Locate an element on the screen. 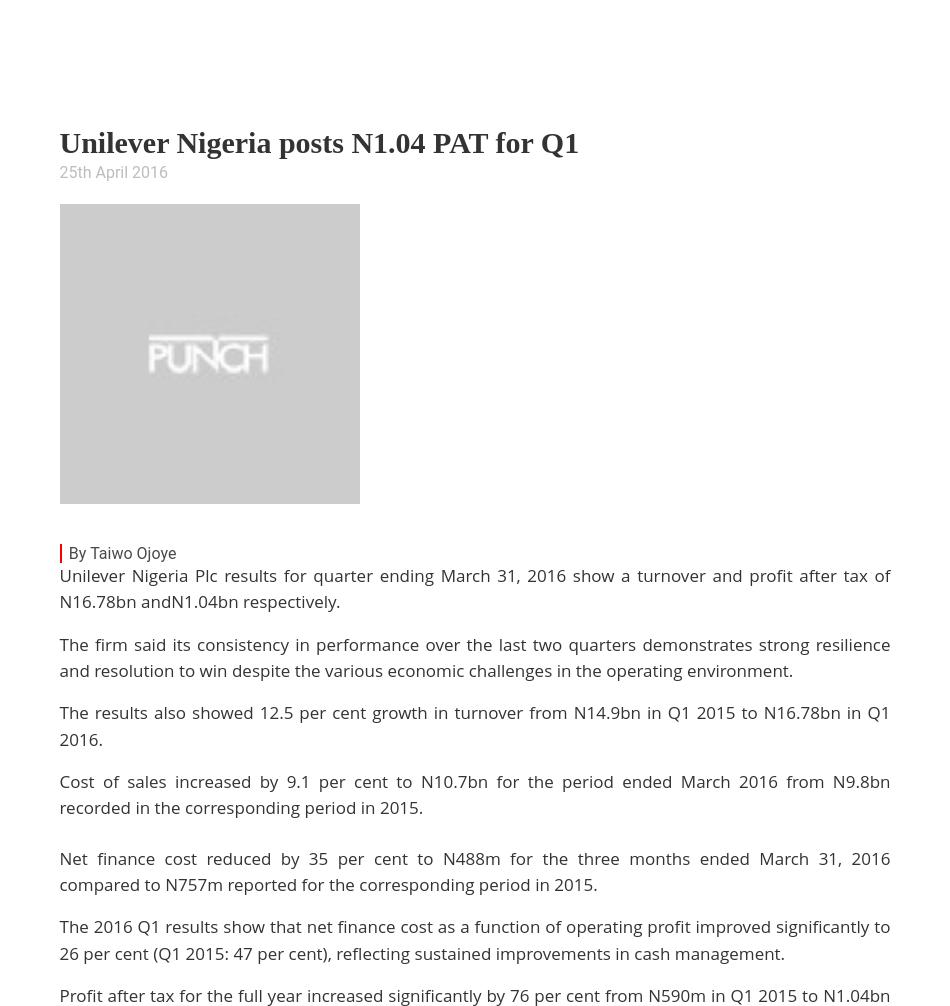 The height and width of the screenshot is (1006, 950). '$51bn foreign debt: FG rues  dwindling revenue, Reps condemn needless loans, contracts' is located at coordinates (422, 907).